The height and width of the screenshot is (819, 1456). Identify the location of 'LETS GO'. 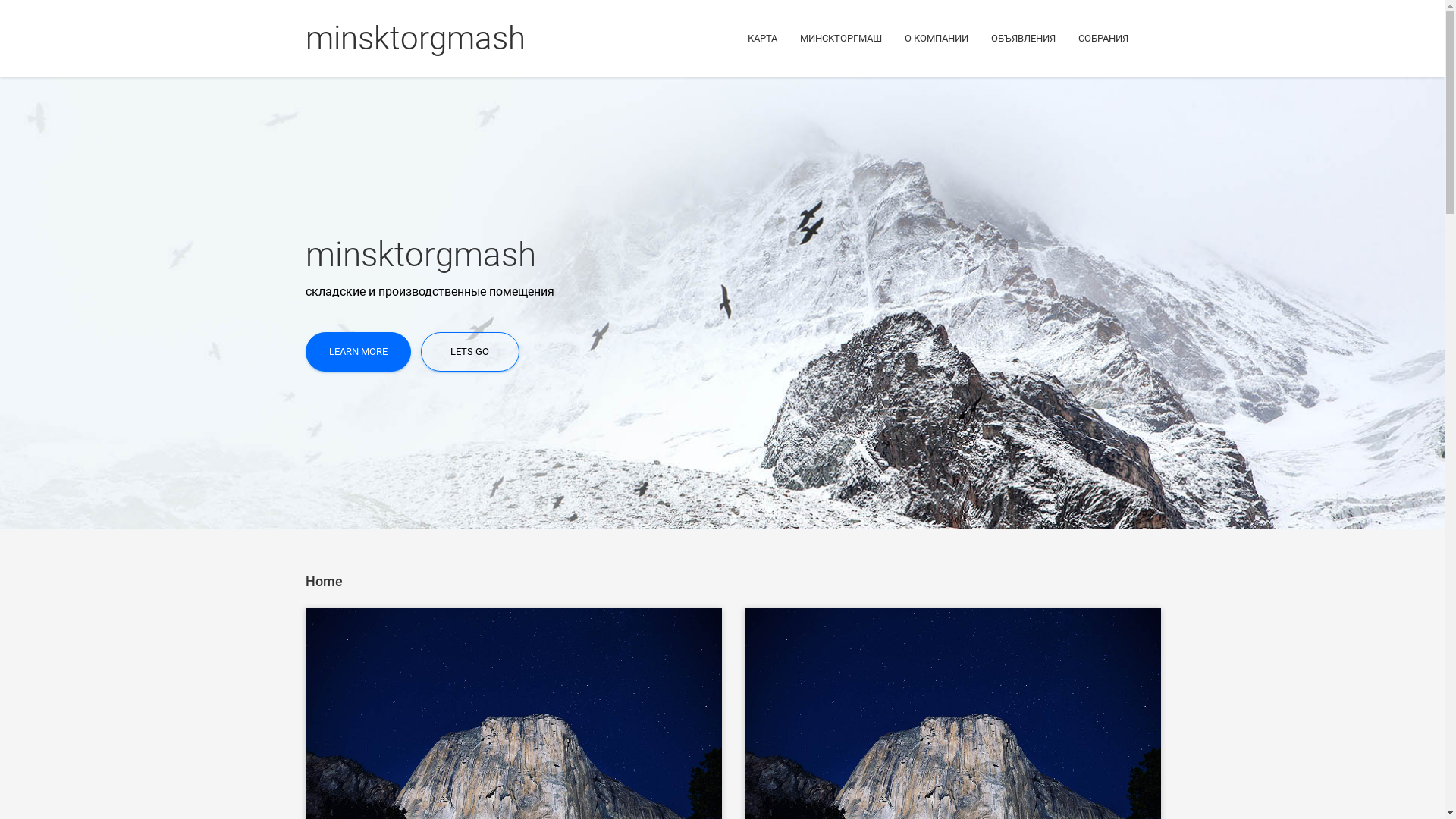
(469, 351).